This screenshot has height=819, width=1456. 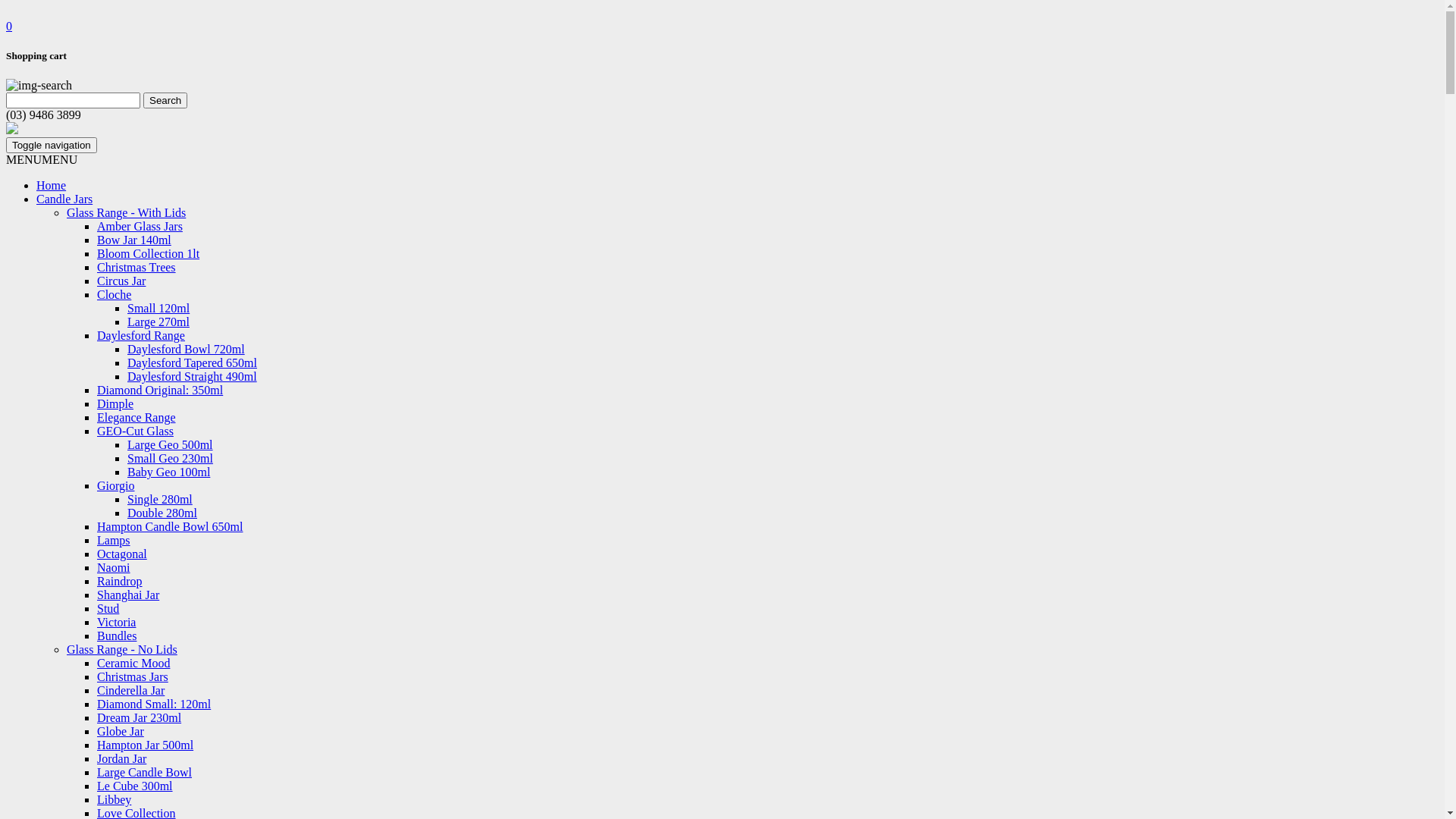 What do you see at coordinates (120, 281) in the screenshot?
I see `'Circus Jar'` at bounding box center [120, 281].